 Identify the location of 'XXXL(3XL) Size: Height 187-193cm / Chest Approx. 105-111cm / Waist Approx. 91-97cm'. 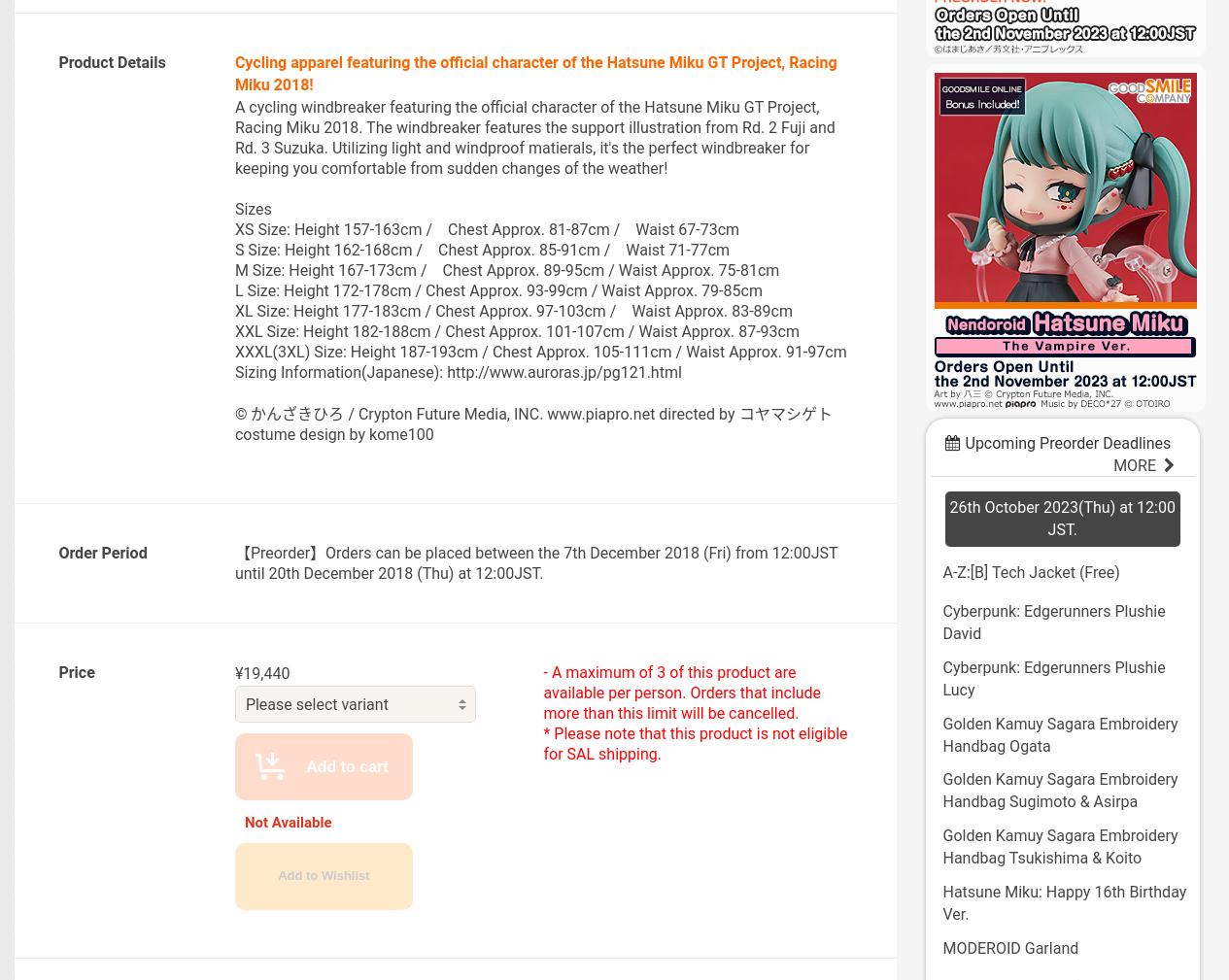
(233, 350).